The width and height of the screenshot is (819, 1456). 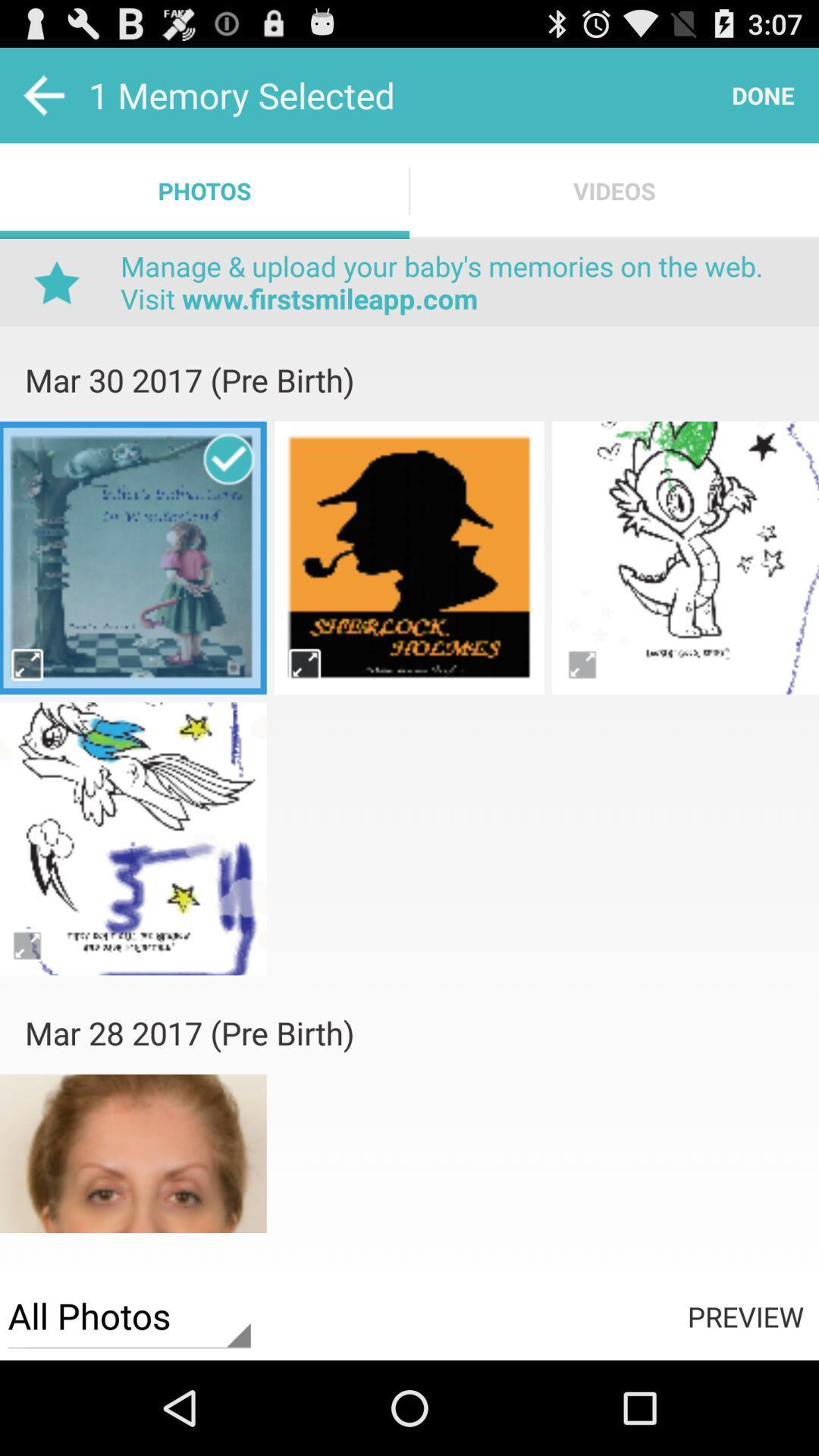 What do you see at coordinates (28, 944) in the screenshot?
I see `photos page` at bounding box center [28, 944].